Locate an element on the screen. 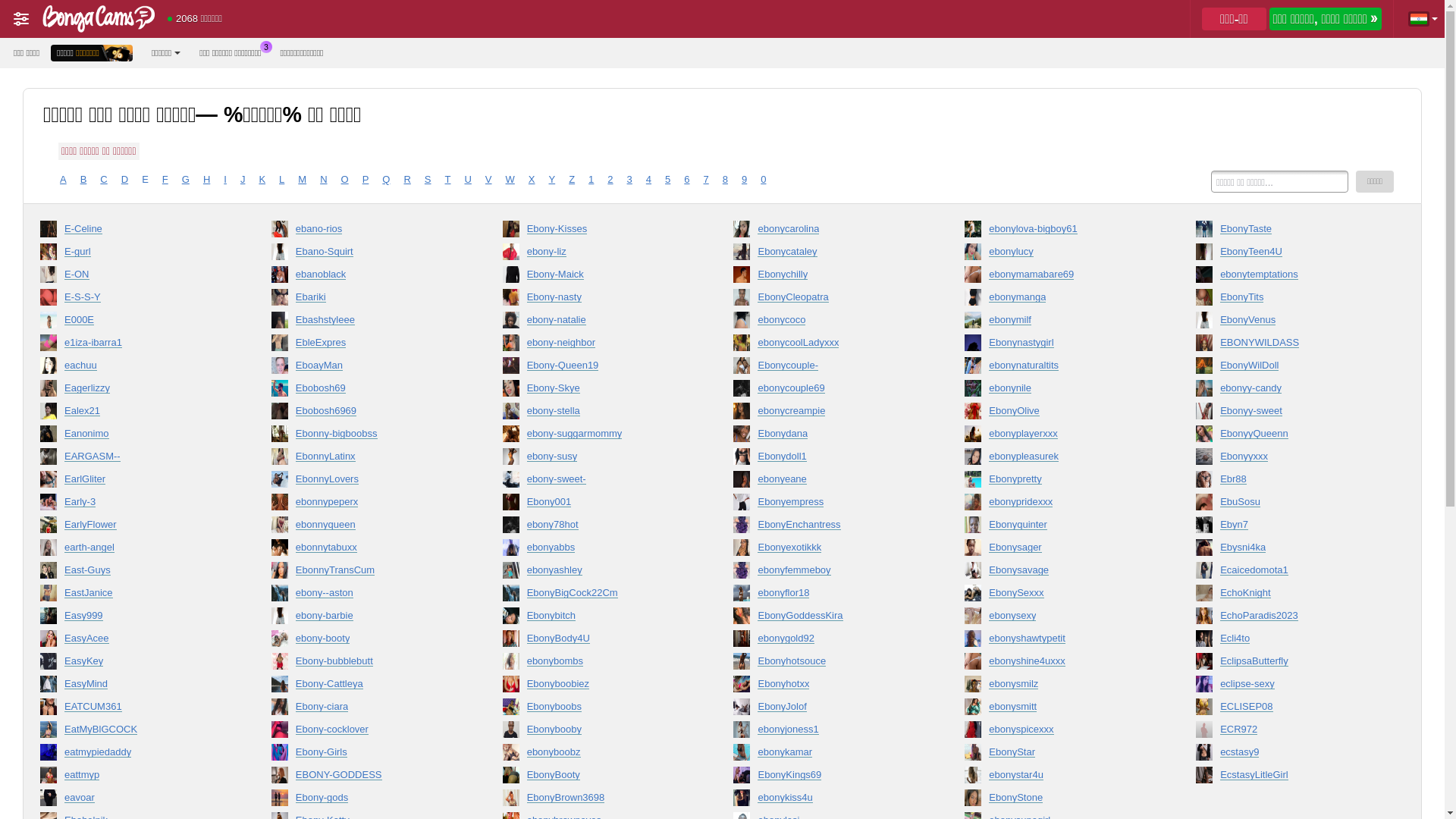  'Ebonyquinter' is located at coordinates (1058, 526).